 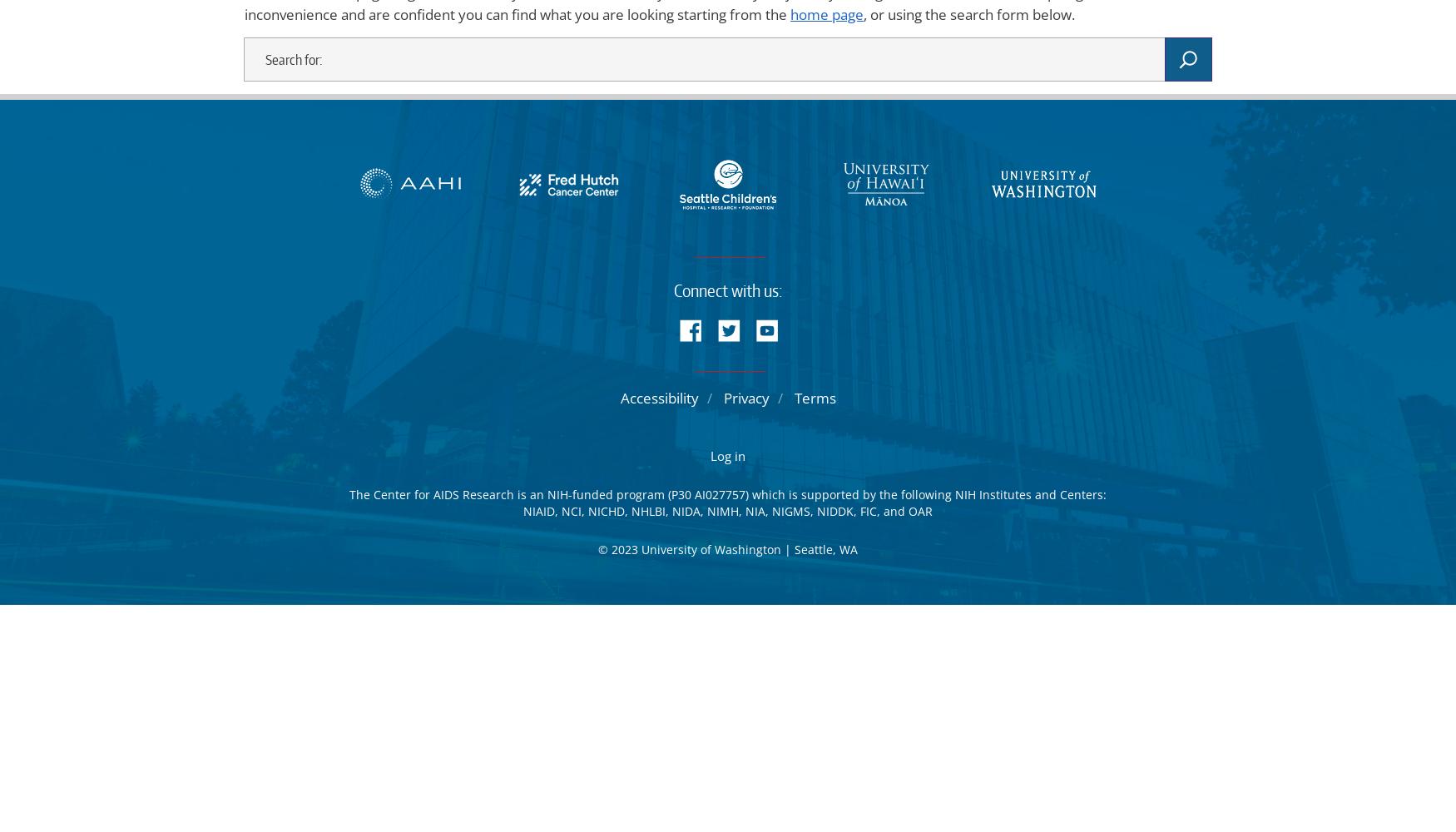 I want to click on 'Terms', so click(x=814, y=397).